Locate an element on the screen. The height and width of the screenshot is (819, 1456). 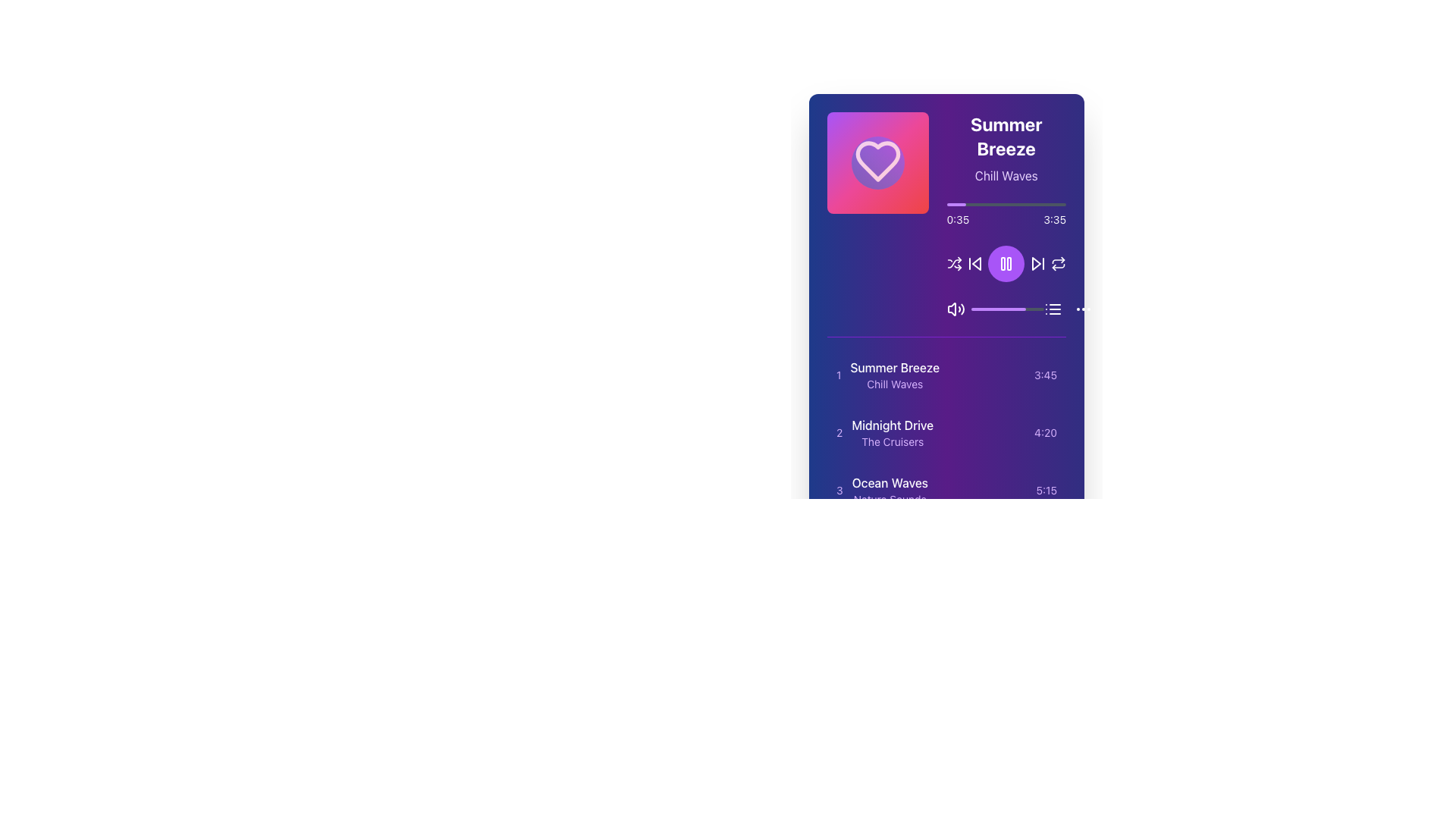
the text display for the title 'Midnight Drive' which is part of the music track list, specifically the second item with numeric identifier '2' is located at coordinates (893, 432).